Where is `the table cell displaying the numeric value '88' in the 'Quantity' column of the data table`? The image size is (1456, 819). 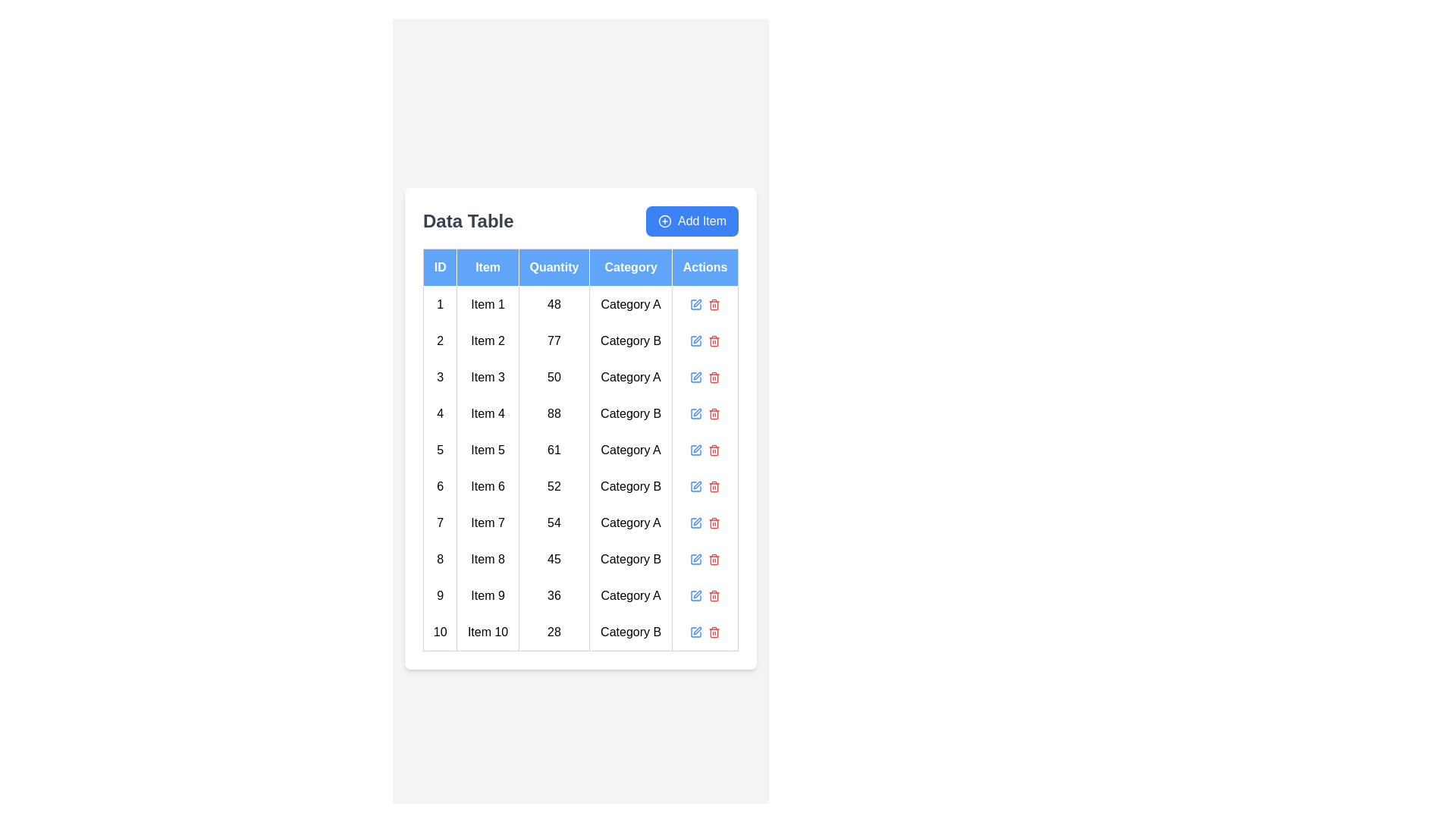 the table cell displaying the numeric value '88' in the 'Quantity' column of the data table is located at coordinates (553, 413).